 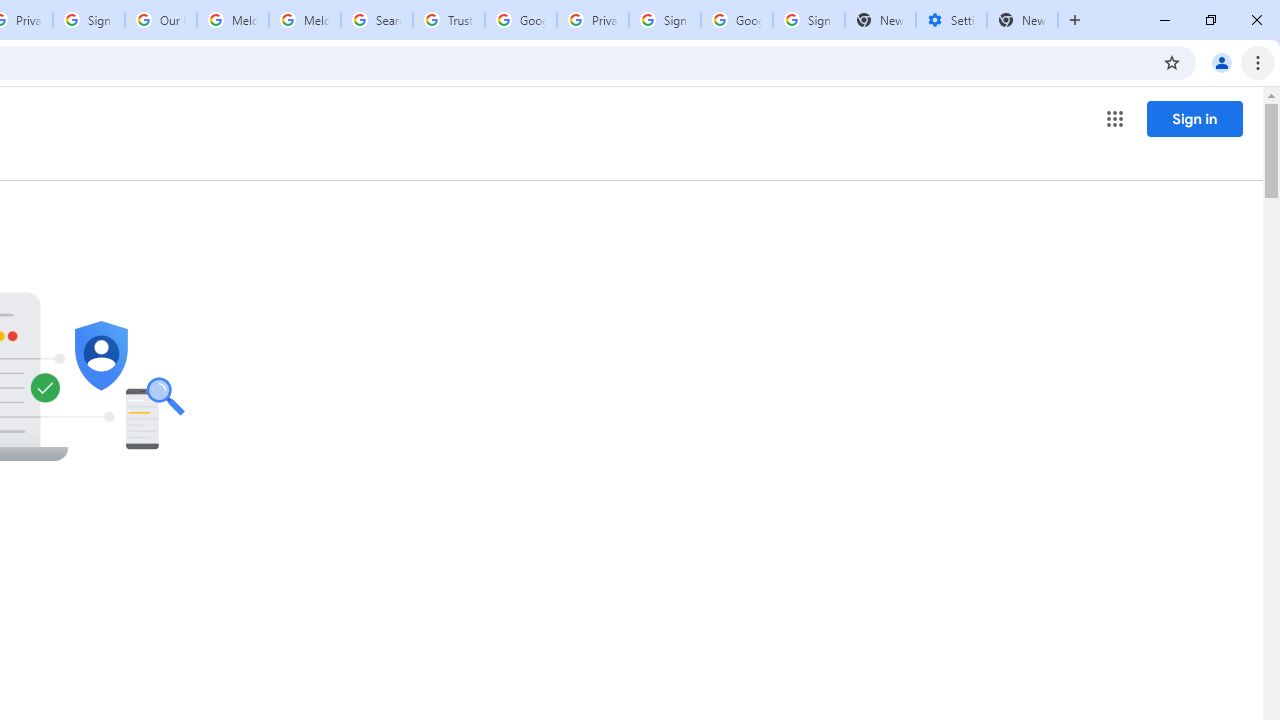 What do you see at coordinates (376, 20) in the screenshot?
I see `'Search our Doodle Library Collection - Google Doodles'` at bounding box center [376, 20].